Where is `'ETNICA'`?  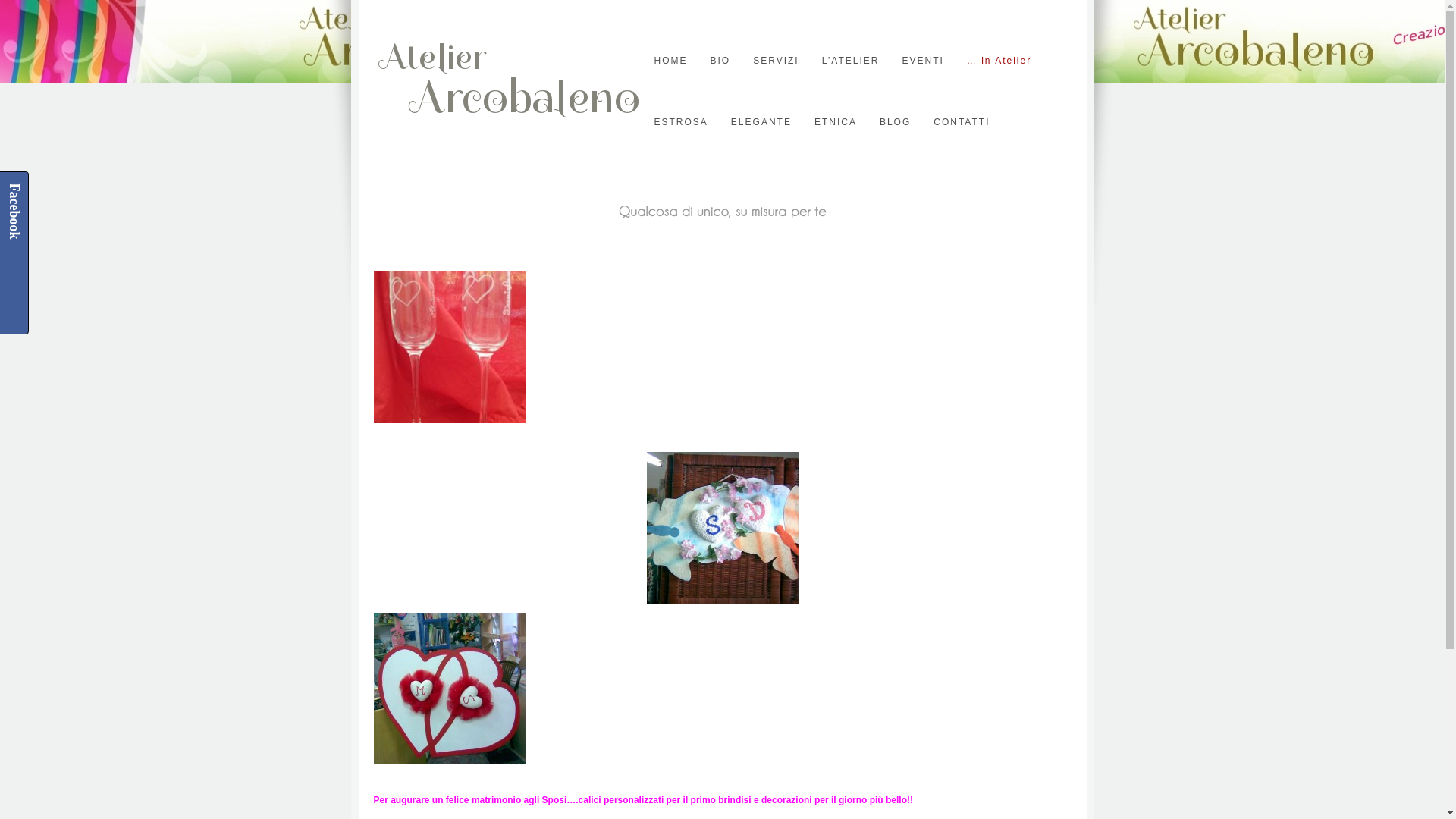
'ETNICA' is located at coordinates (835, 121).